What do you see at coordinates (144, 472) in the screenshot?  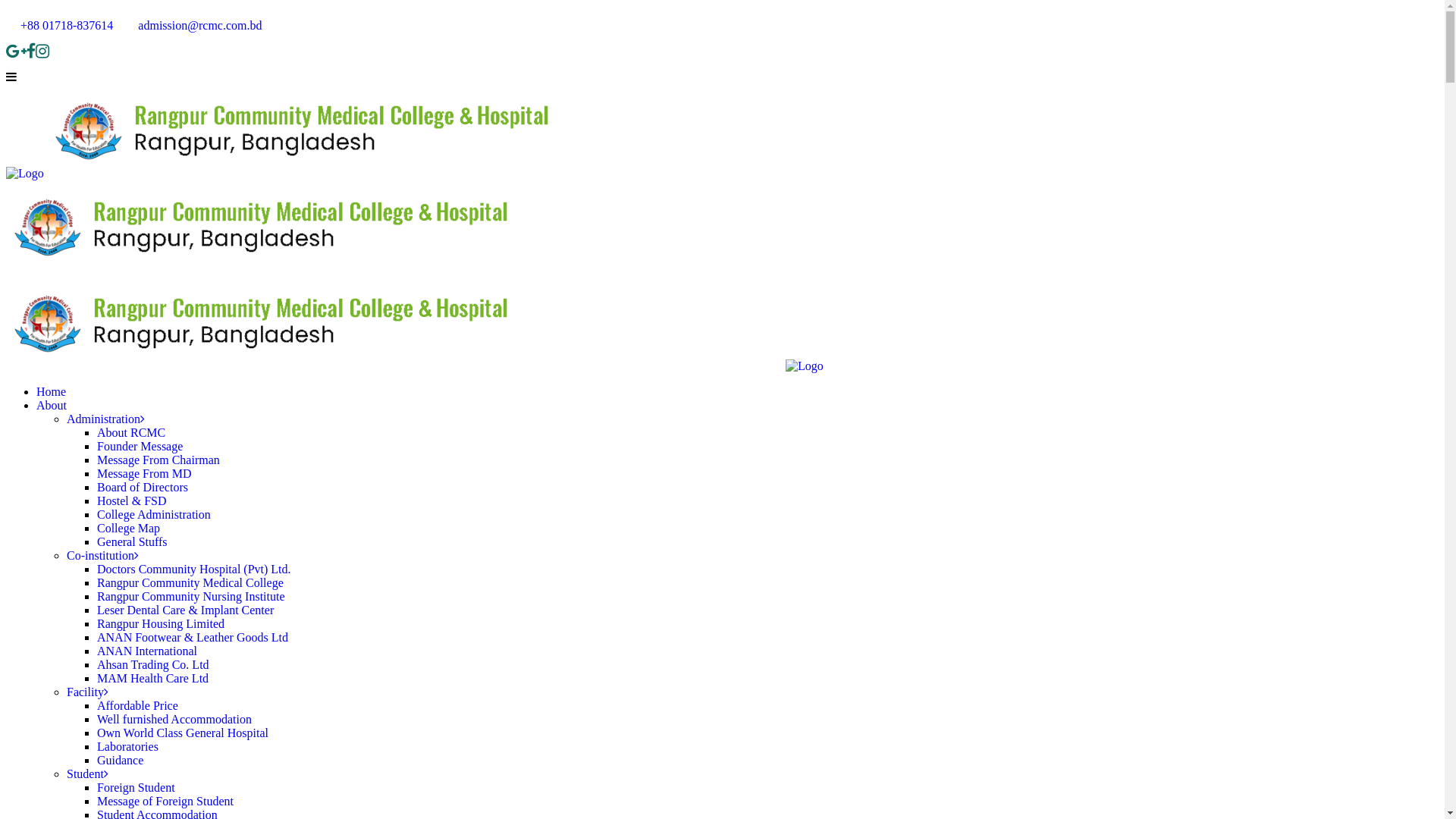 I see `'Message From MD'` at bounding box center [144, 472].